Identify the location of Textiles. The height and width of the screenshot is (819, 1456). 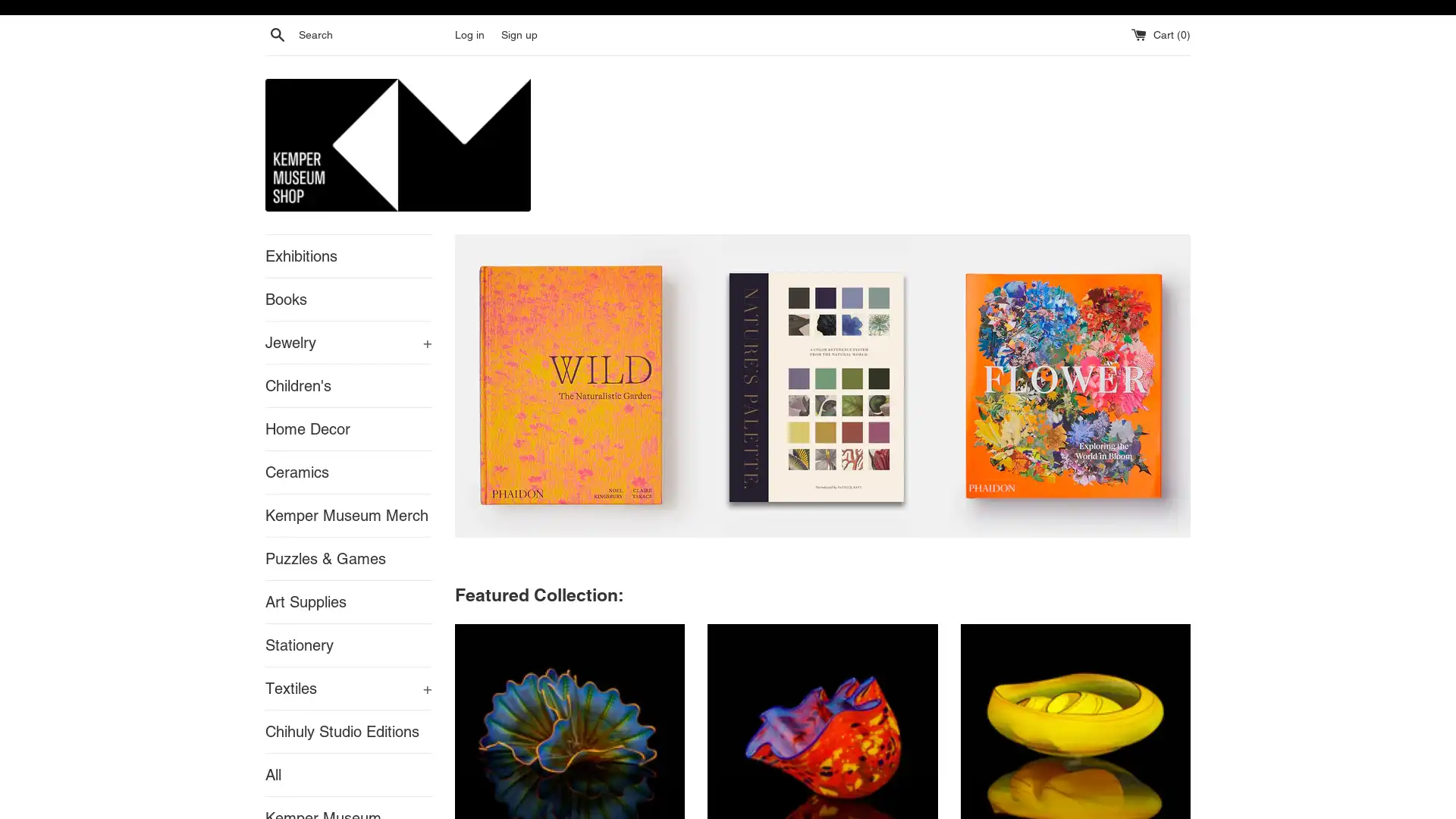
(348, 687).